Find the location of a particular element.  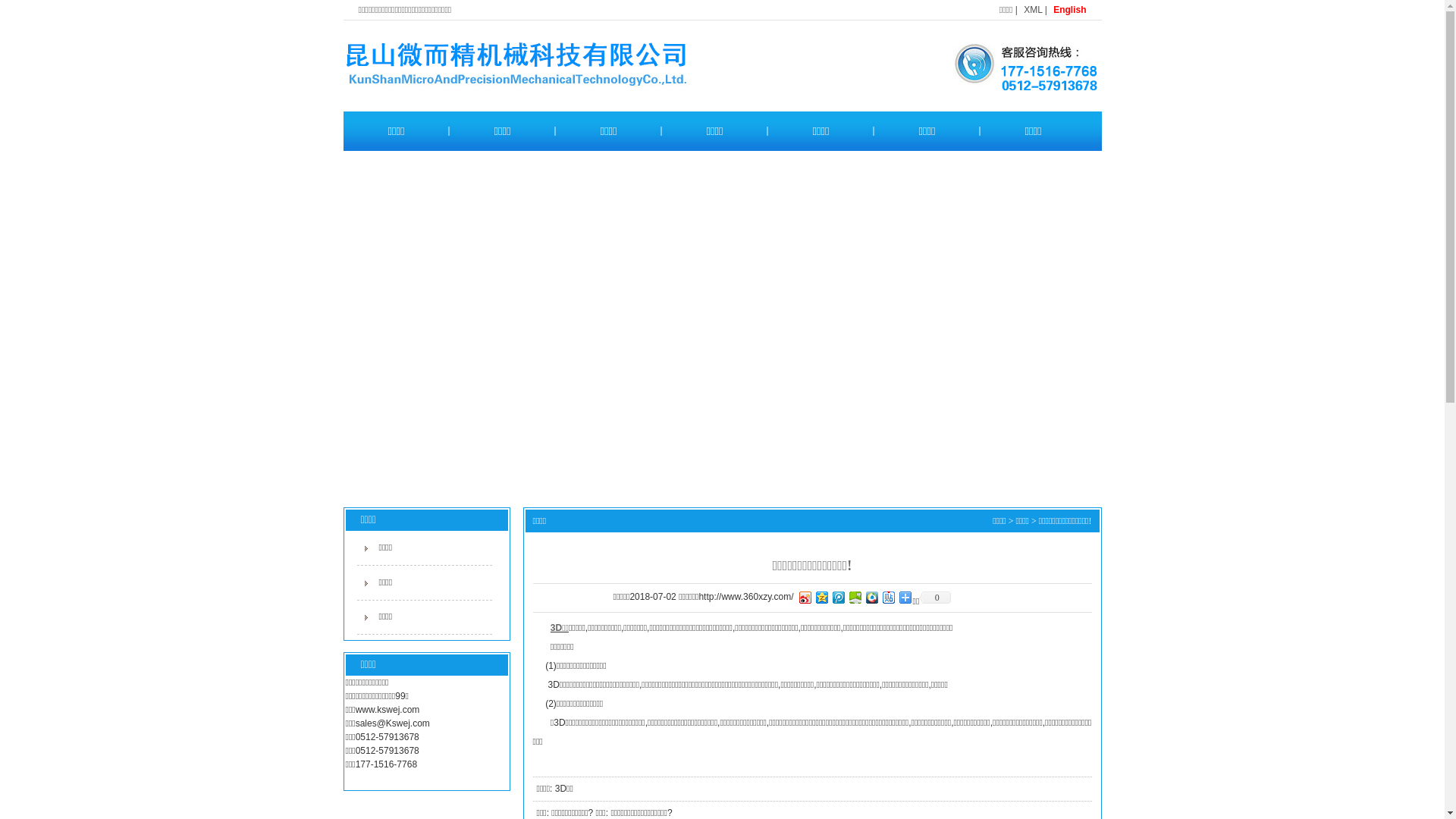

'1547896042809111.jpg' is located at coordinates (556, 65).